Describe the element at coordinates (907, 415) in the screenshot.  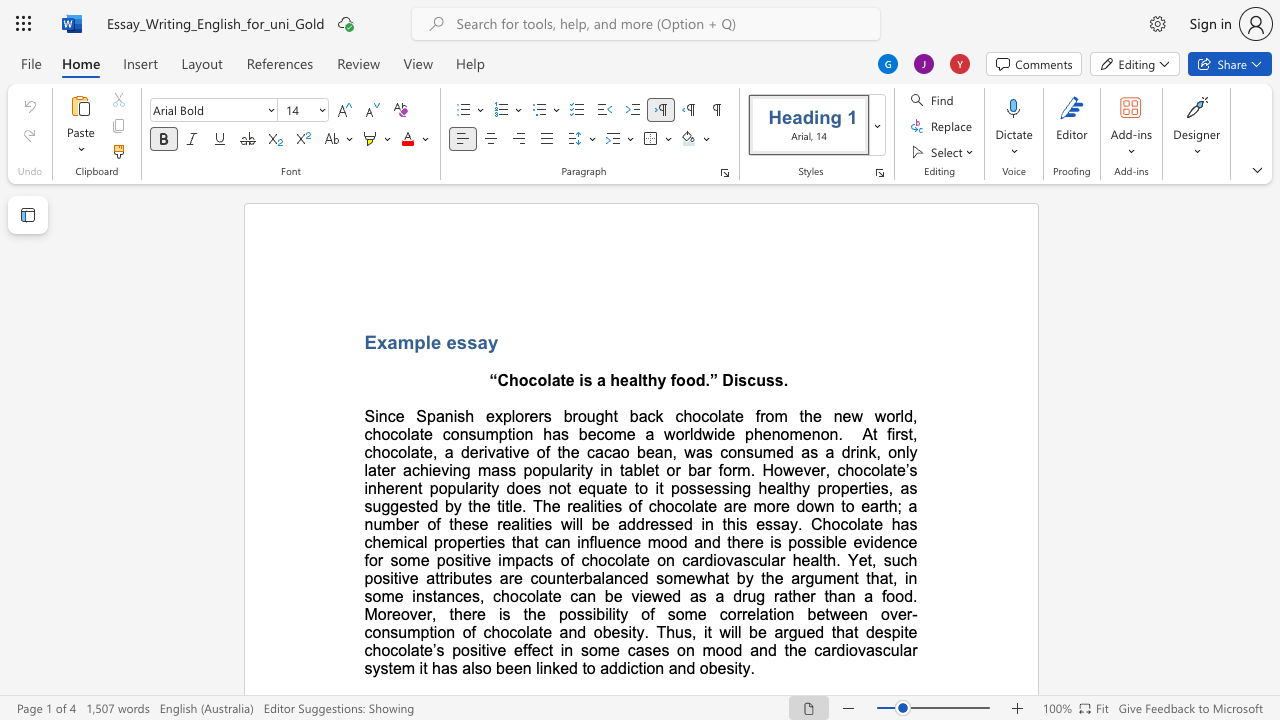
I see `the 1th character "d" in the text` at that location.